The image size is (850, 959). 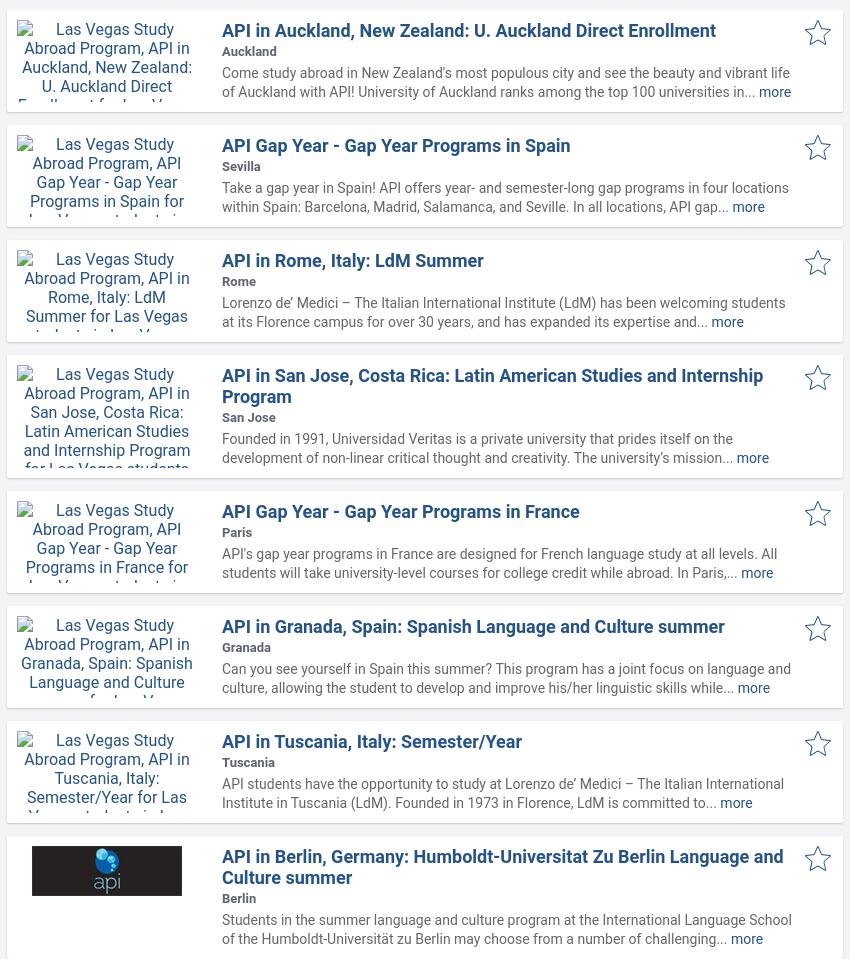 What do you see at coordinates (492, 385) in the screenshot?
I see `'API in San Jose, Costa Rica: Latin American Studies and Internship Program'` at bounding box center [492, 385].